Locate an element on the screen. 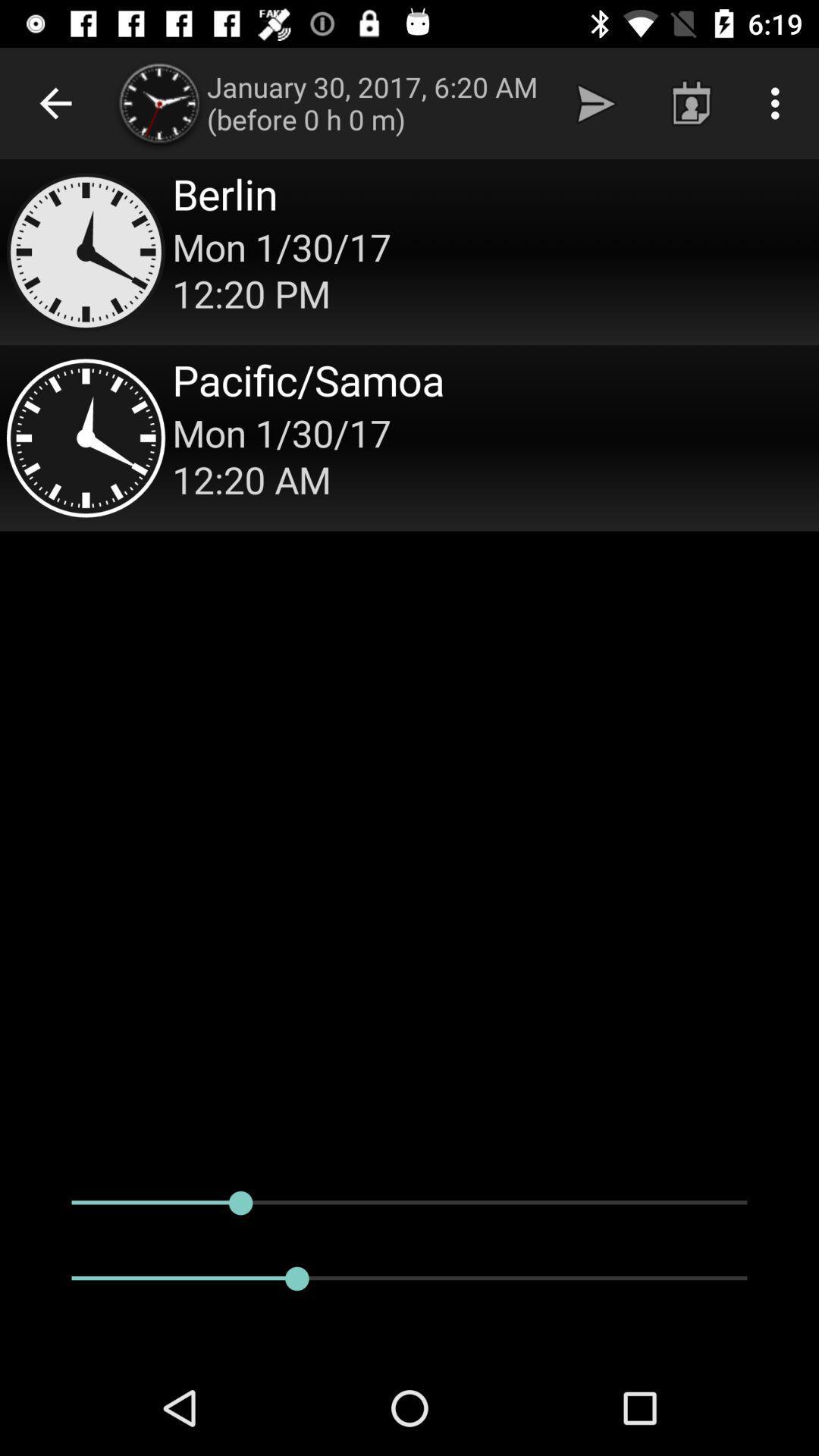 Image resolution: width=819 pixels, height=1456 pixels. icon next to january 30 2017 item is located at coordinates (595, 102).